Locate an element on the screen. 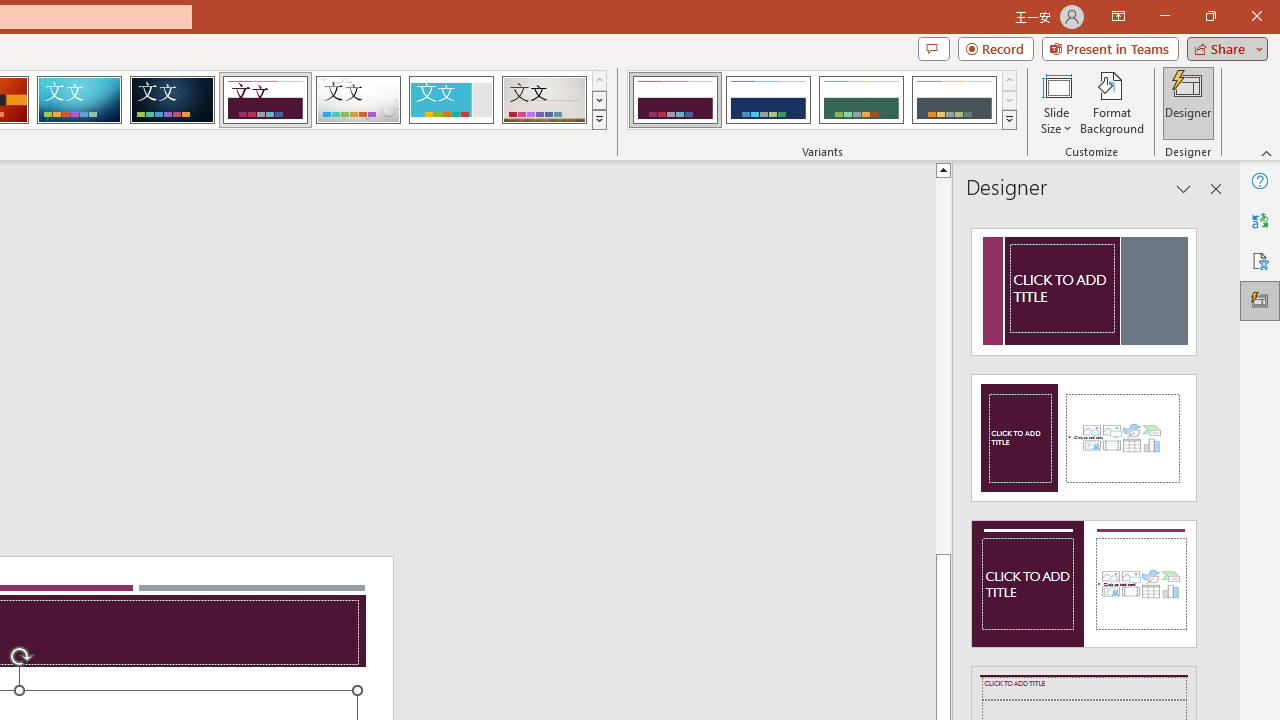 The image size is (1280, 720). 'Circuit' is located at coordinates (79, 100).